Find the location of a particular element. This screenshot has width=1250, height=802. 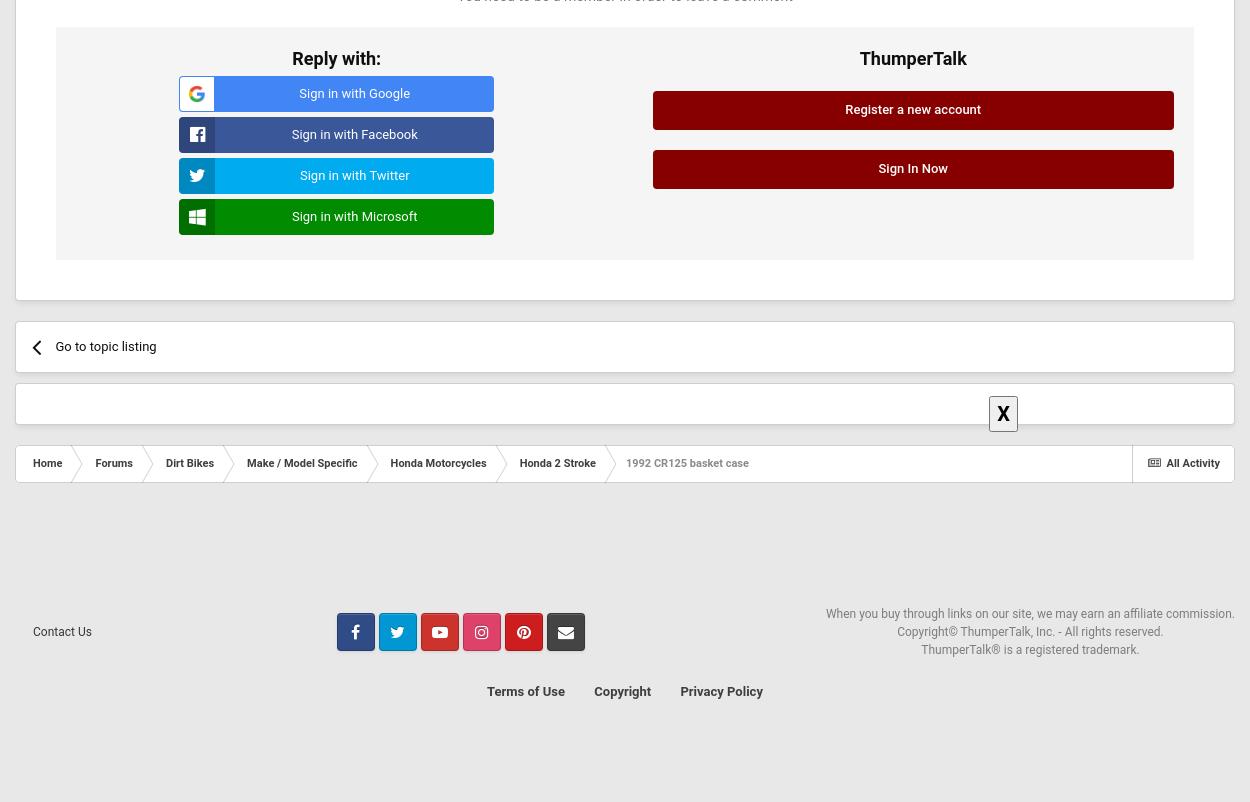

'Sign in with Twitter' is located at coordinates (353, 175).